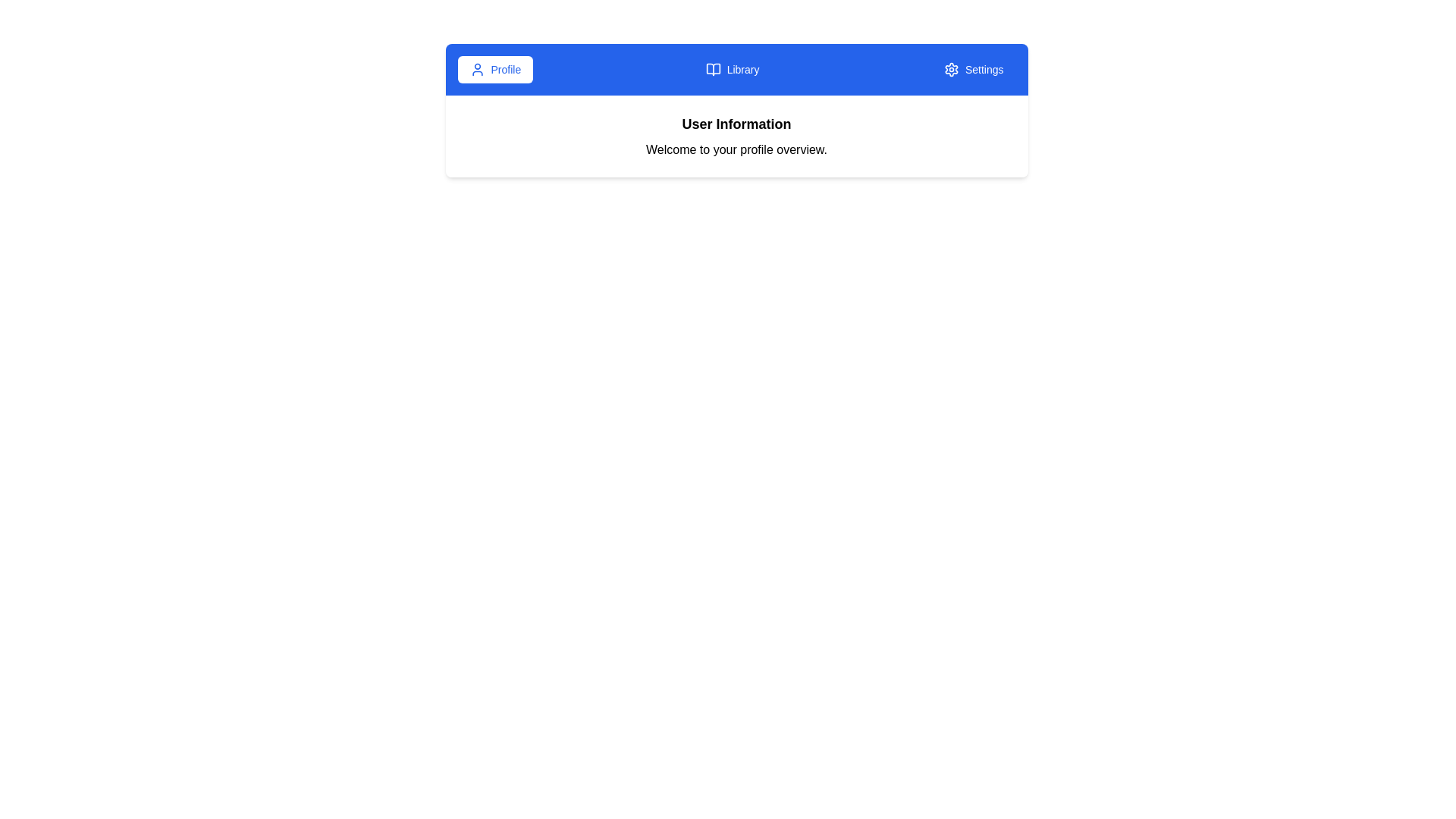 The image size is (1456, 819). What do you see at coordinates (712, 70) in the screenshot?
I see `the open book icon in the navigation bar` at bounding box center [712, 70].